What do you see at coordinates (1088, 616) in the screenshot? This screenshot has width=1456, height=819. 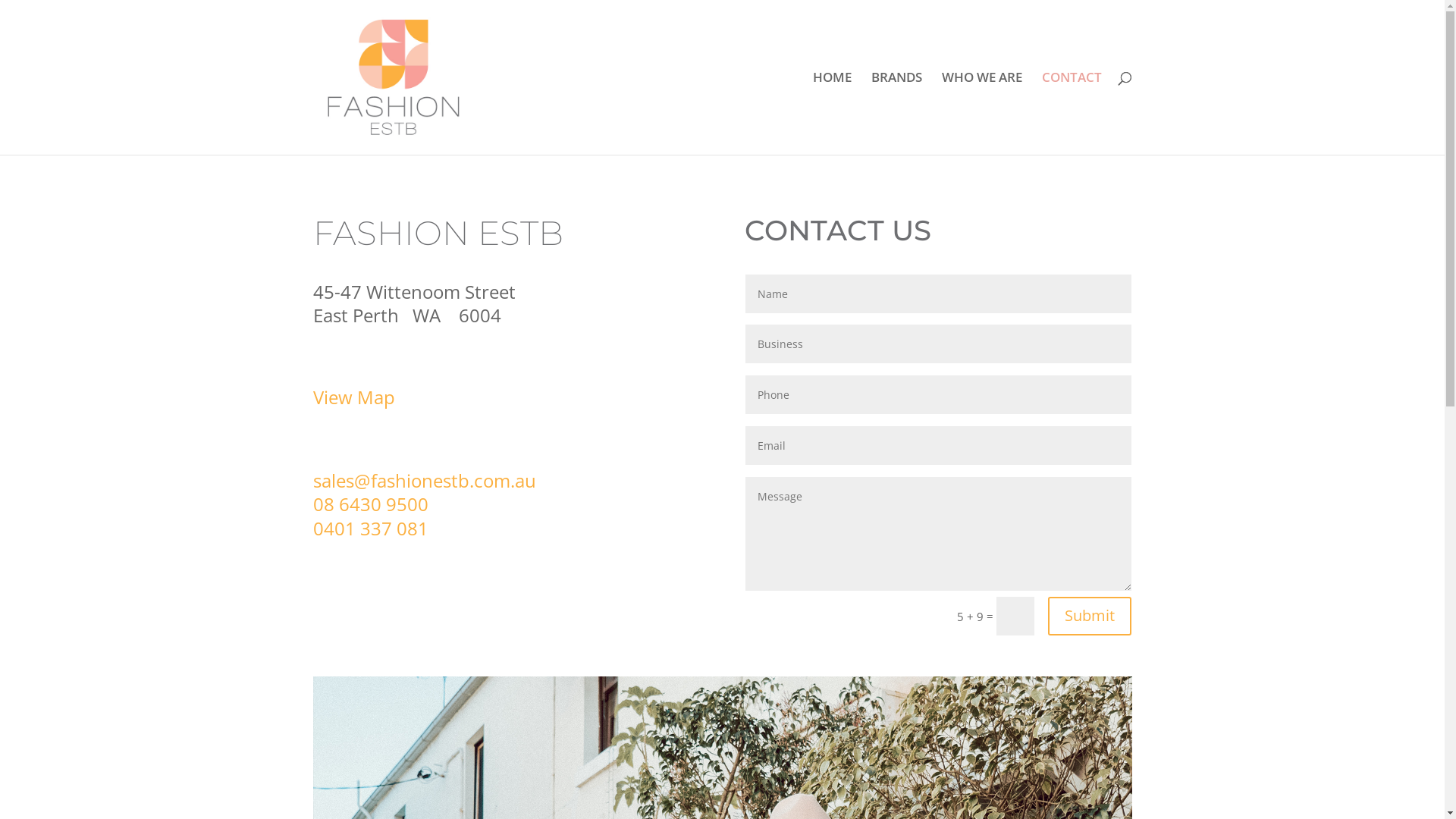 I see `'Submit'` at bounding box center [1088, 616].